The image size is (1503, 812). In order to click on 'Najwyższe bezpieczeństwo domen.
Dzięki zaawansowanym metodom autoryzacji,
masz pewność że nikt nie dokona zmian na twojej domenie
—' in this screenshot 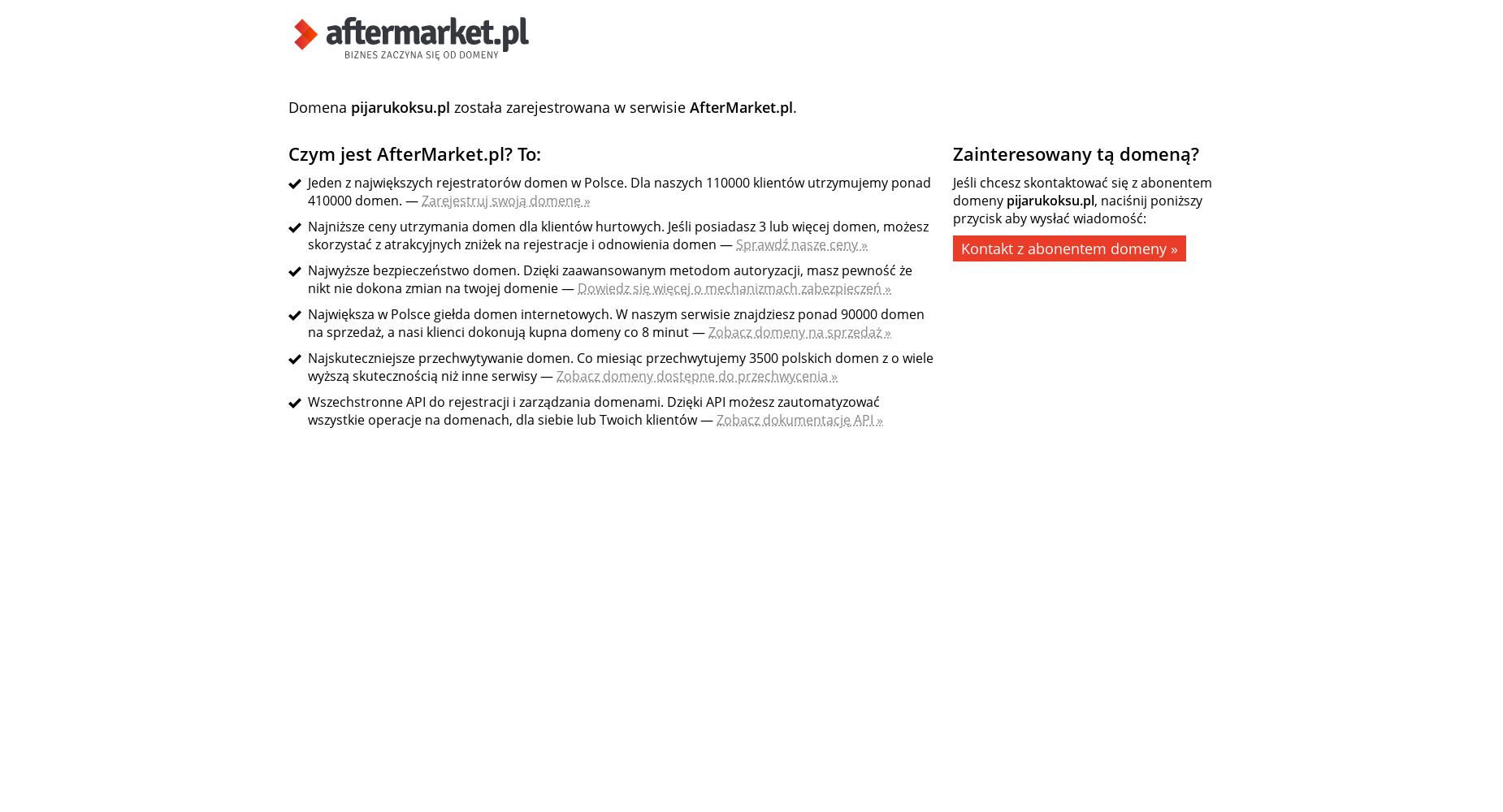, I will do `click(609, 279)`.